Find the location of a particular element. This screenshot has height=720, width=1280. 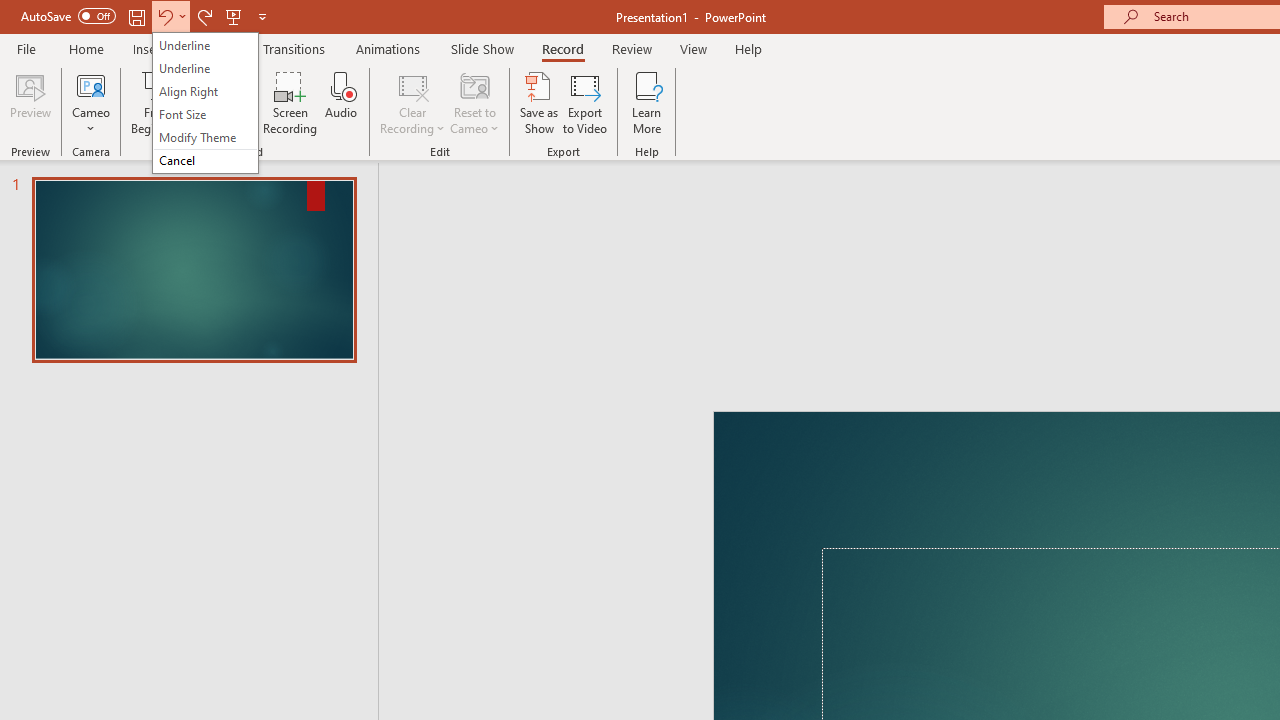

'Clear Recording' is located at coordinates (411, 103).